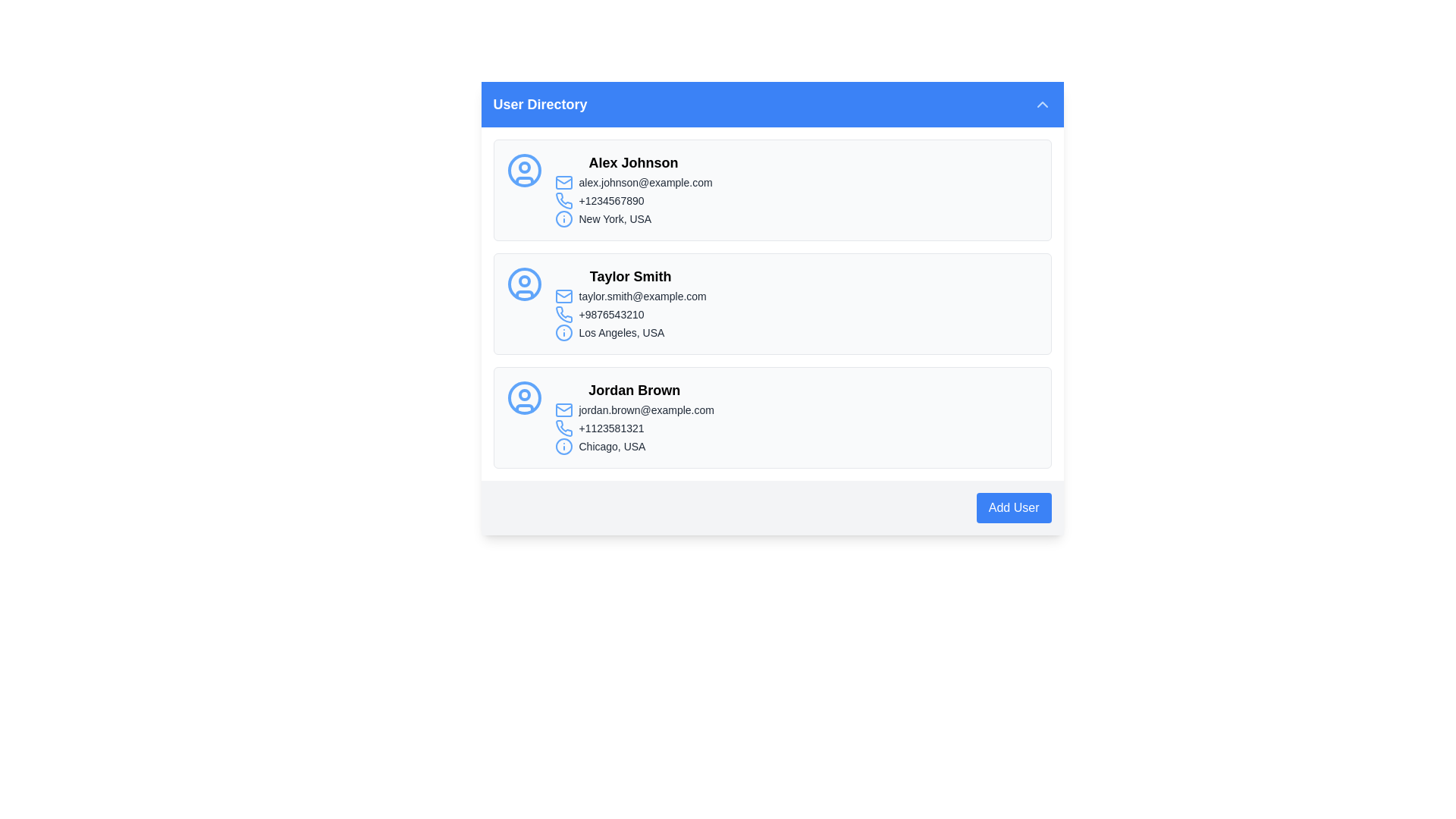  Describe the element at coordinates (540, 104) in the screenshot. I see `the Static Text Label that identifies the content of the interface as 'User Directory'` at that location.